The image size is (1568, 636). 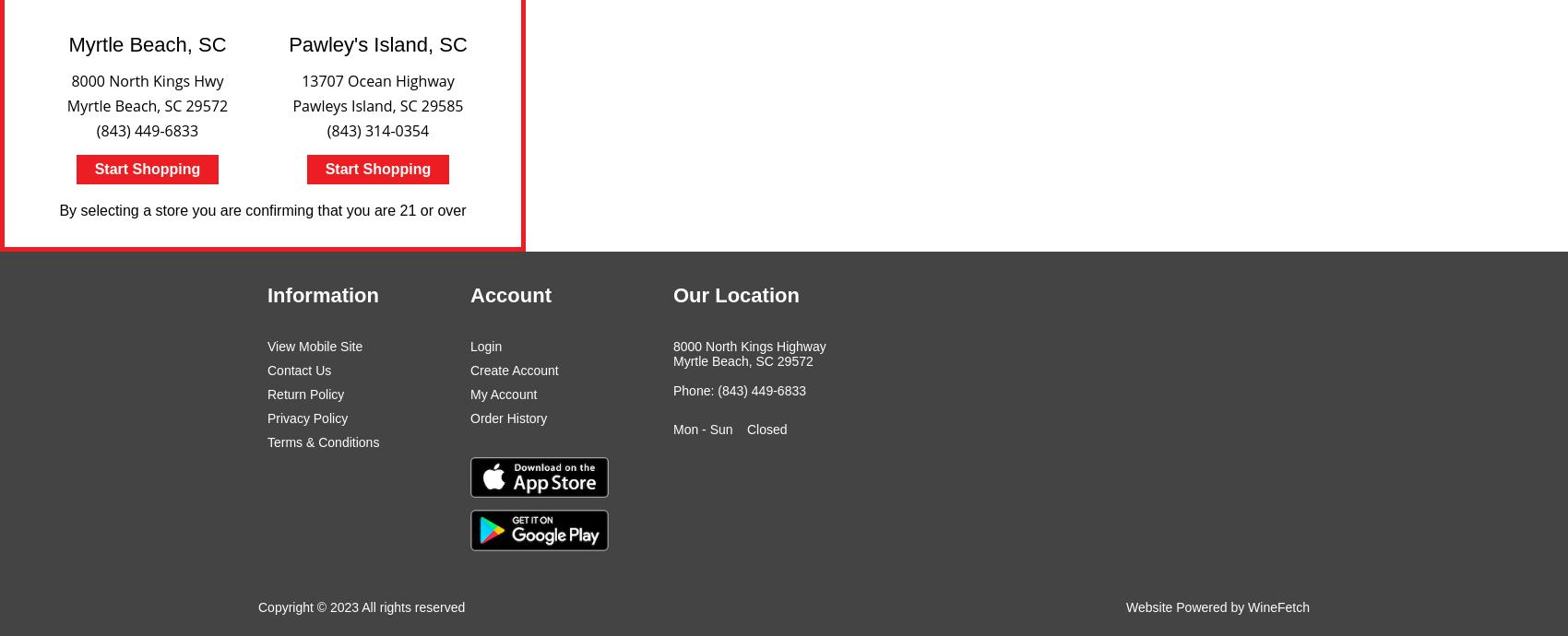 I want to click on 'View Mobile Site', so click(x=314, y=346).